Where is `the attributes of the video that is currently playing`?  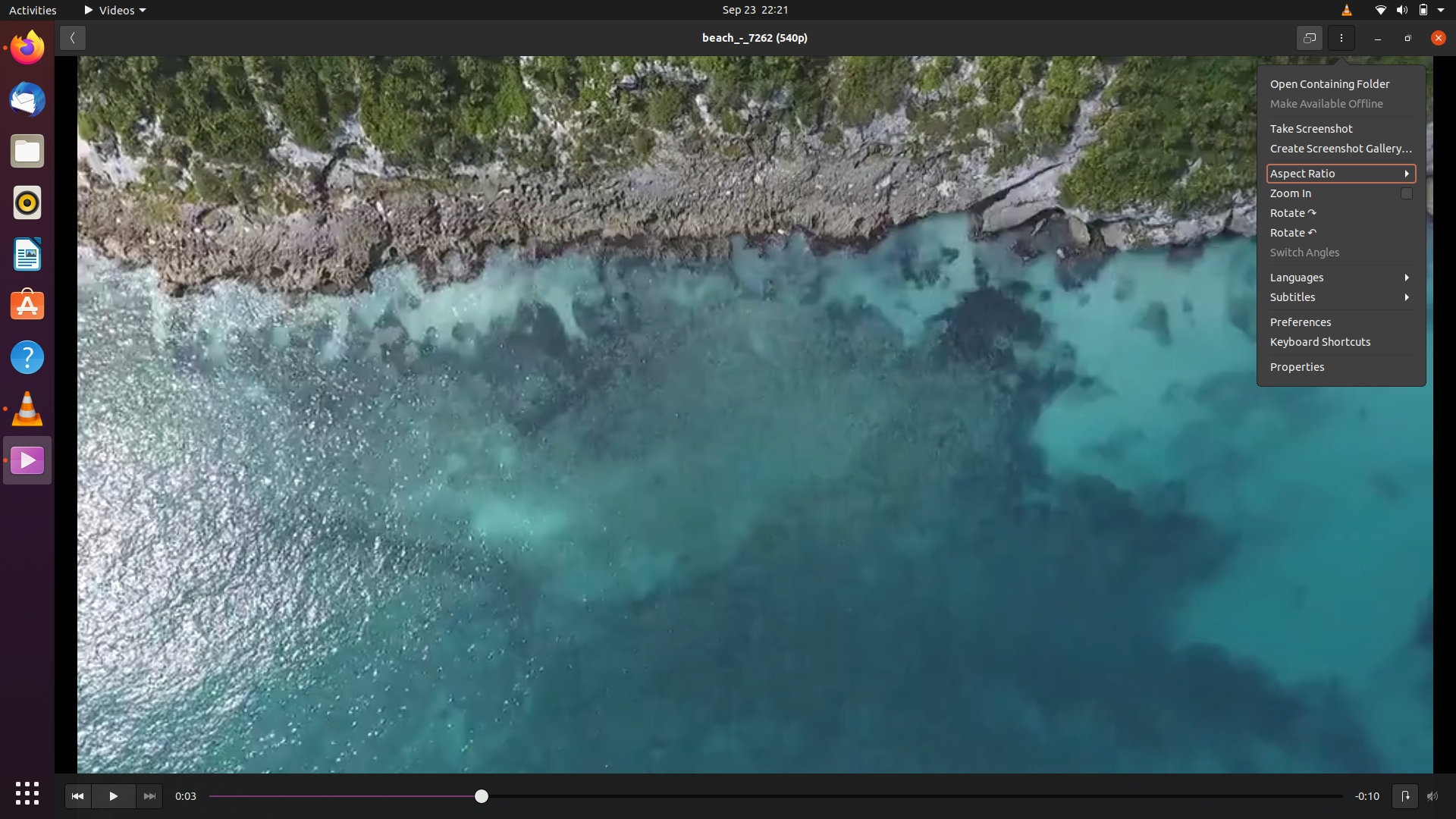
the attributes of the video that is currently playing is located at coordinates (1343, 368).